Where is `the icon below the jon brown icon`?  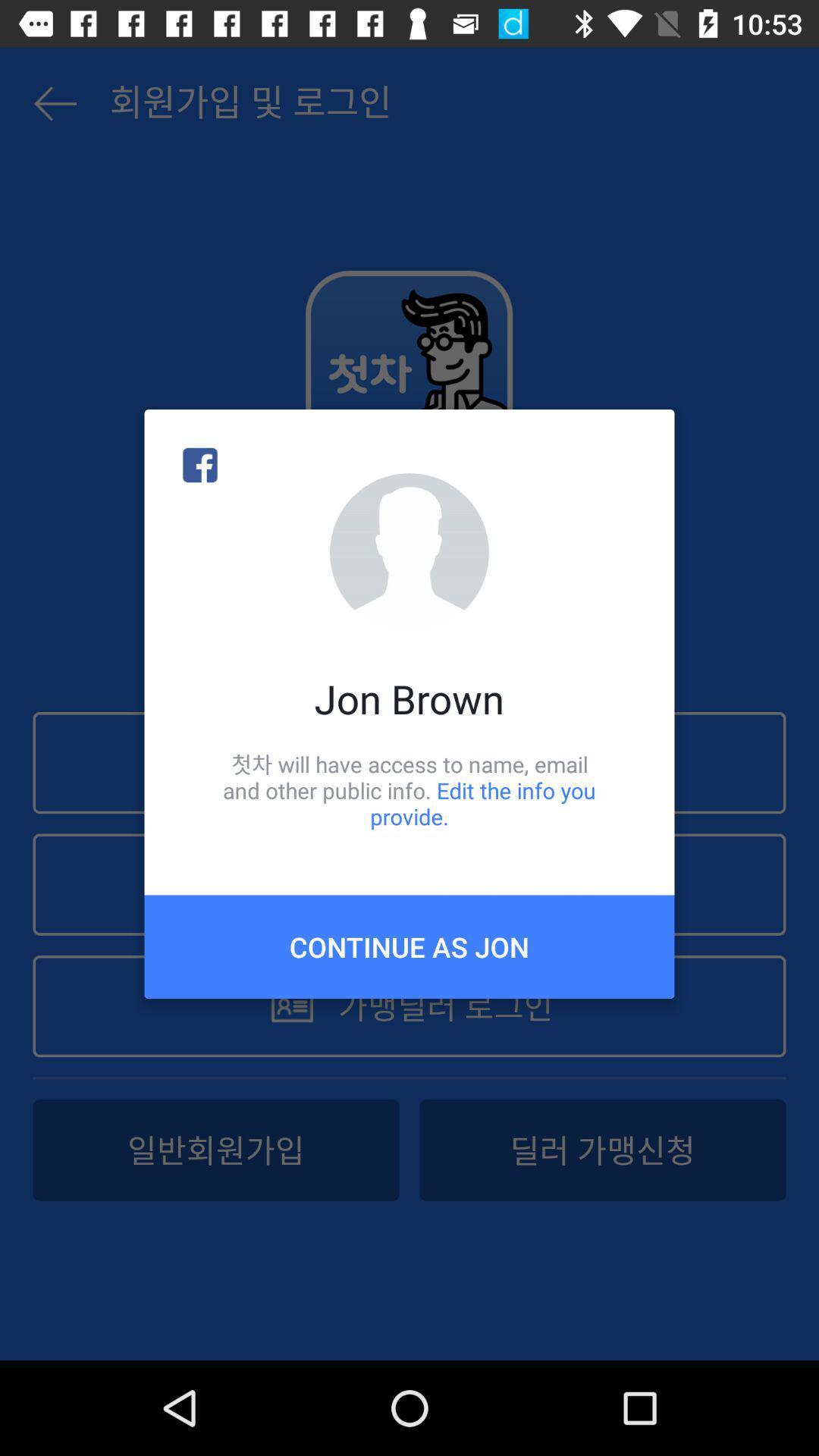
the icon below the jon brown icon is located at coordinates (409, 789).